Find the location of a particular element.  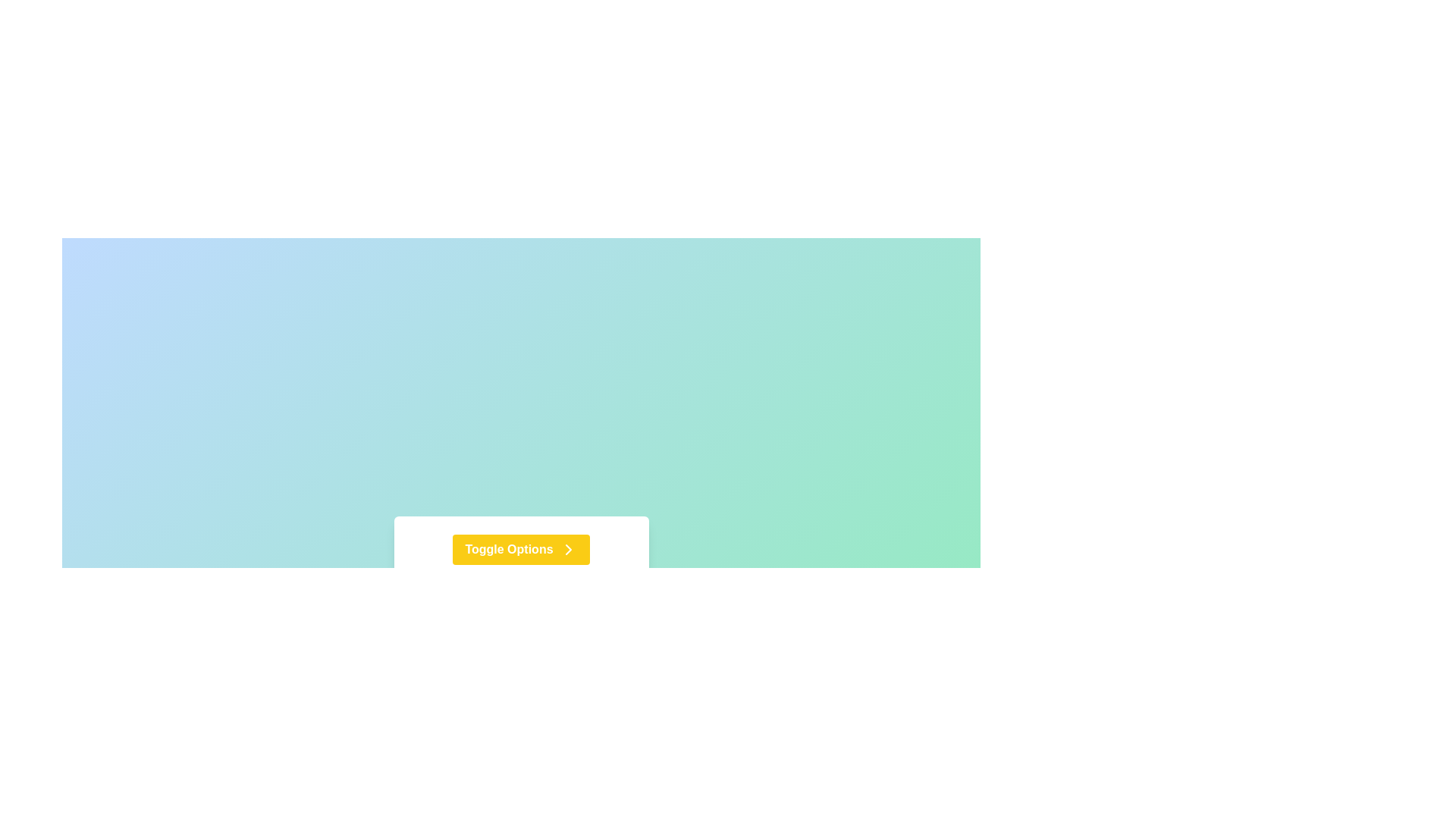

the right-facing chevron icon adjacent to the 'Toggle Options' button is located at coordinates (567, 550).